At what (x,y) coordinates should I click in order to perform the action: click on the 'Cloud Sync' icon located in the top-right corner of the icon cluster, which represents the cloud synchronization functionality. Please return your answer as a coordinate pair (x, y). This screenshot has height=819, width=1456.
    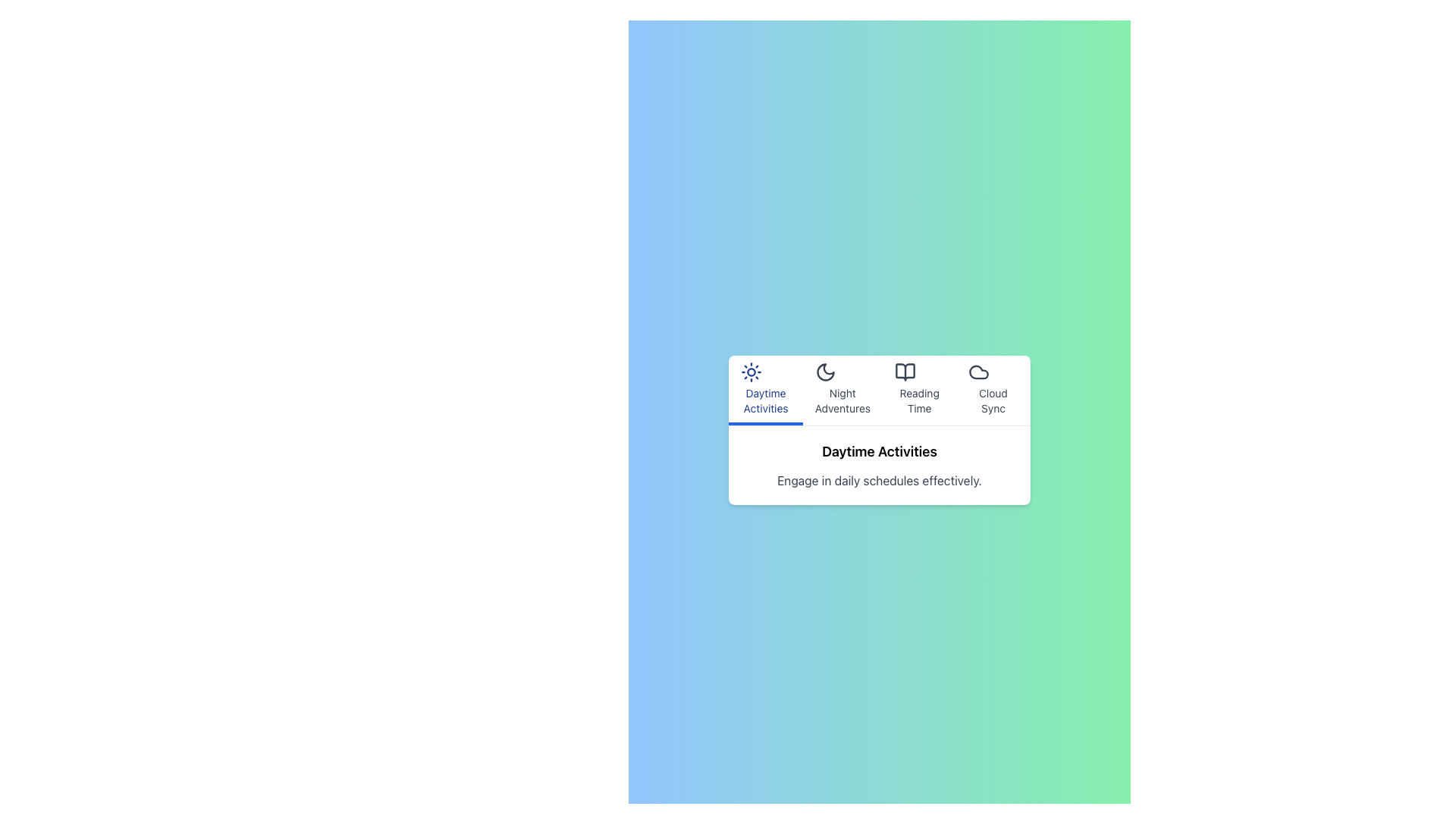
    Looking at the image, I should click on (979, 372).